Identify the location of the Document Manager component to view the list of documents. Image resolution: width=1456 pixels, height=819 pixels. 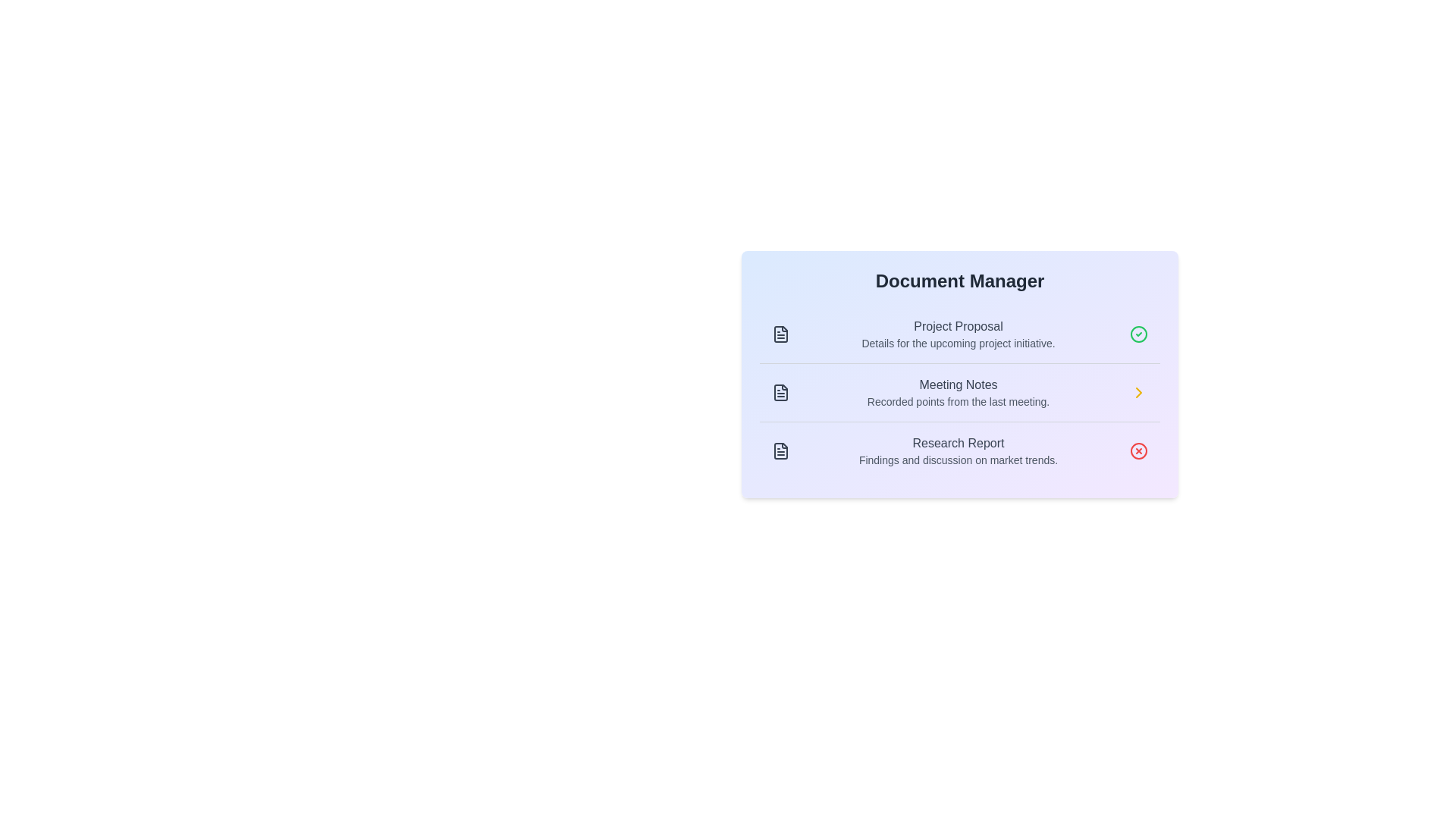
(959, 374).